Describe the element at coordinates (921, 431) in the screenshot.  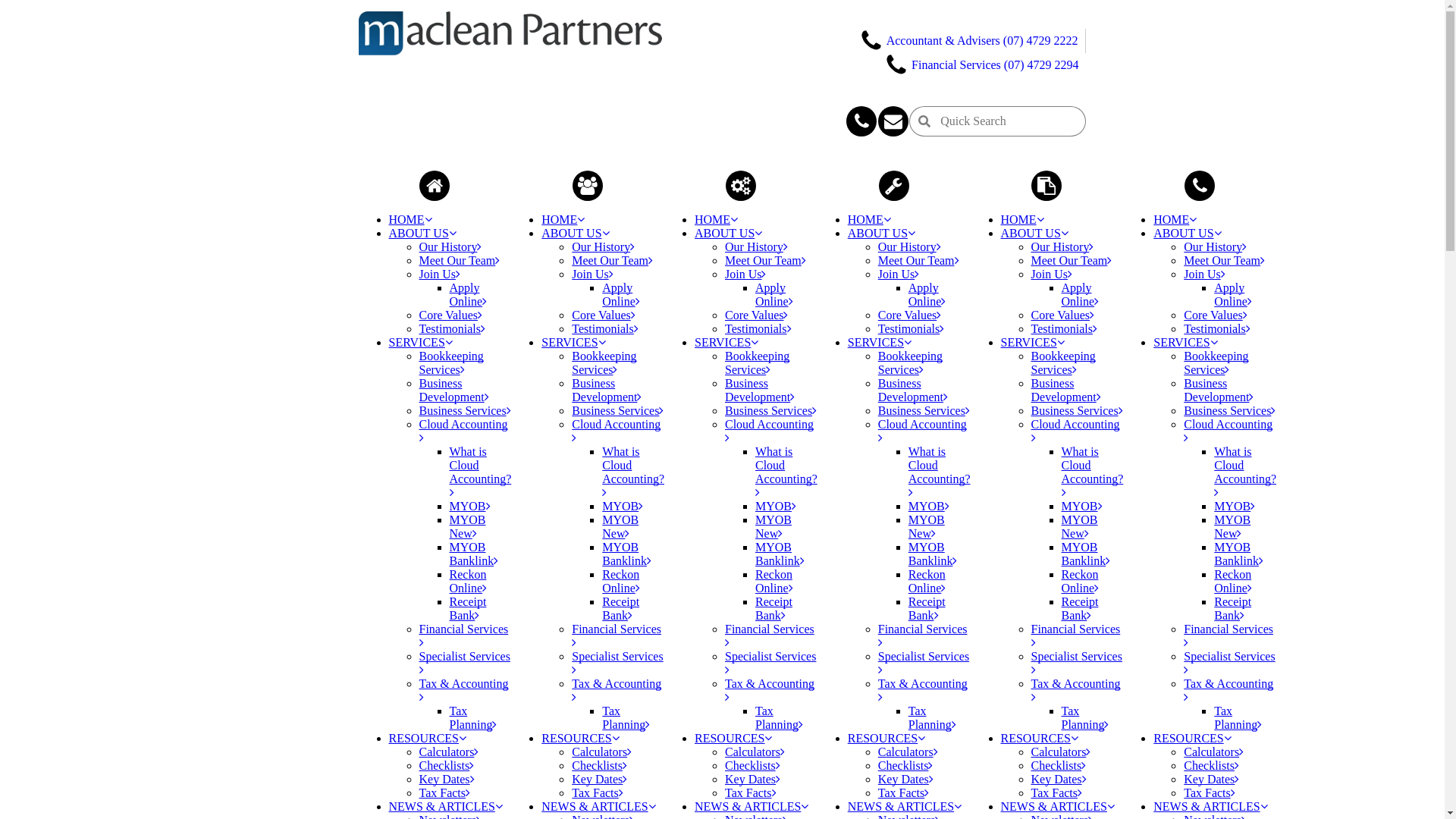
I see `'Cloud Accounting'` at that location.